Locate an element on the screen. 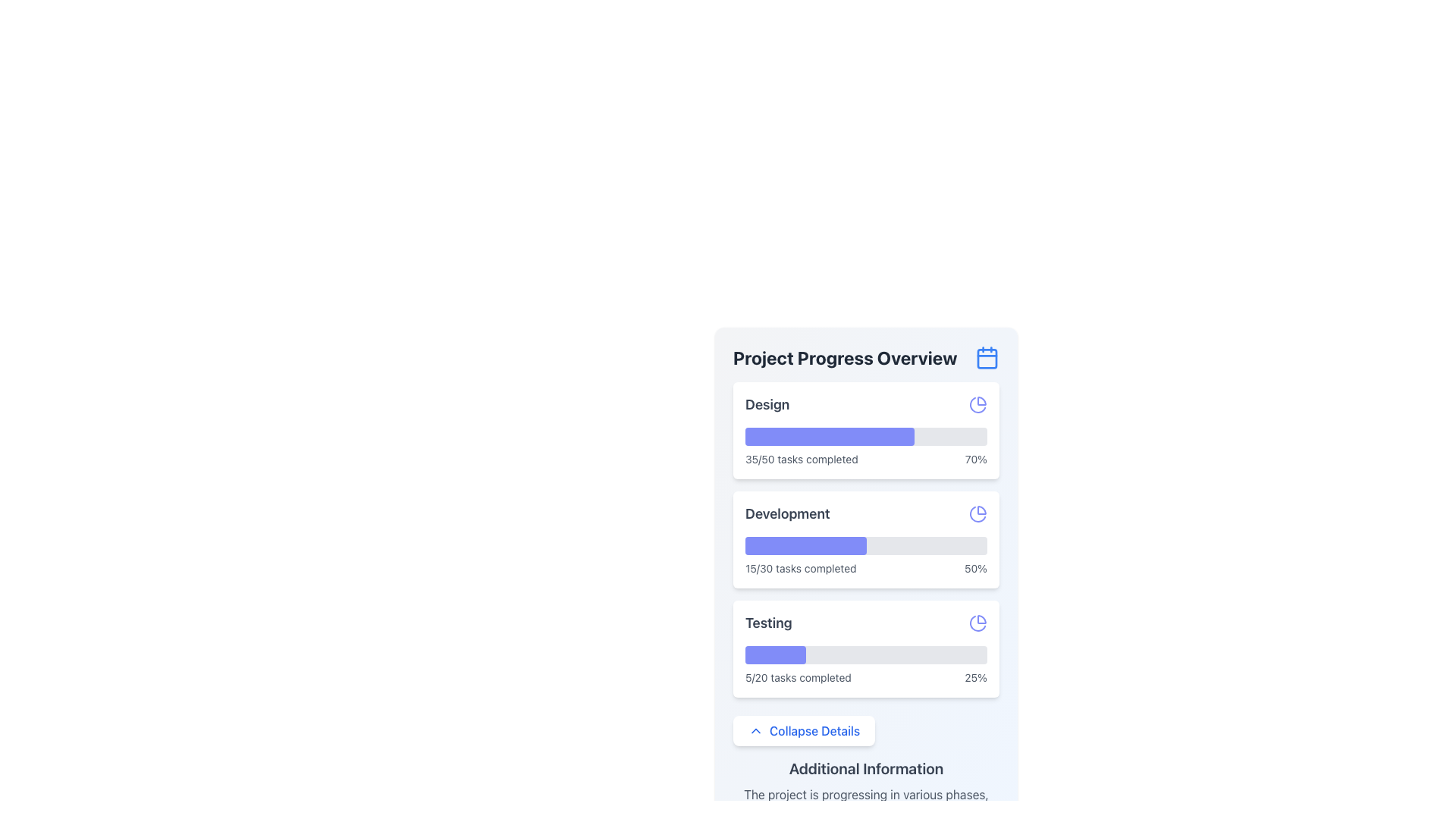  the distinct blue calendar icon located at the rightmost side of the 'Project Progress Overview' header is located at coordinates (987, 357).